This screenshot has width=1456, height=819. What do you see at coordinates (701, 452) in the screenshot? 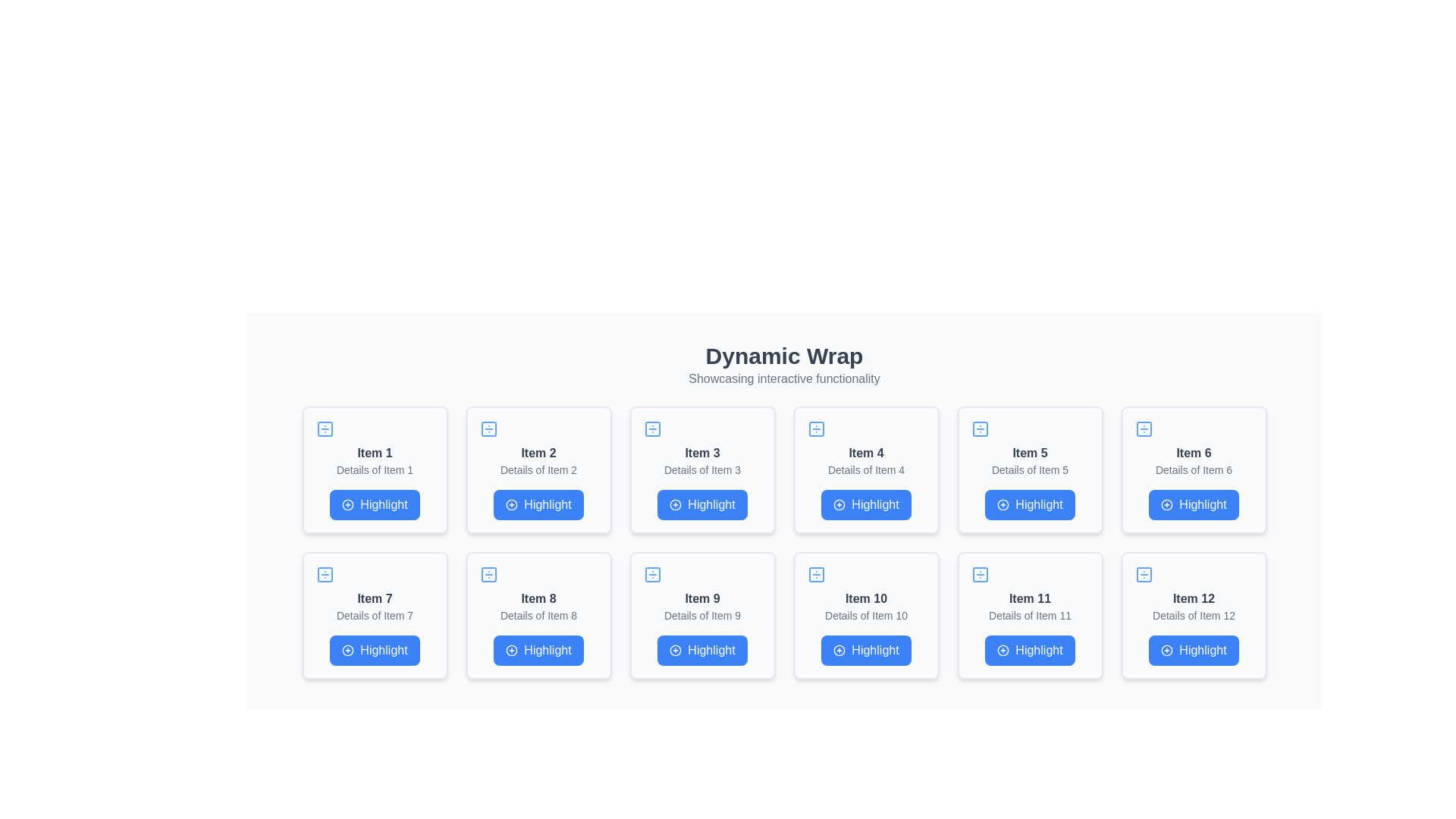
I see `the Text block that serves as the title or heading for the third card in the top row of the grid layout` at bounding box center [701, 452].